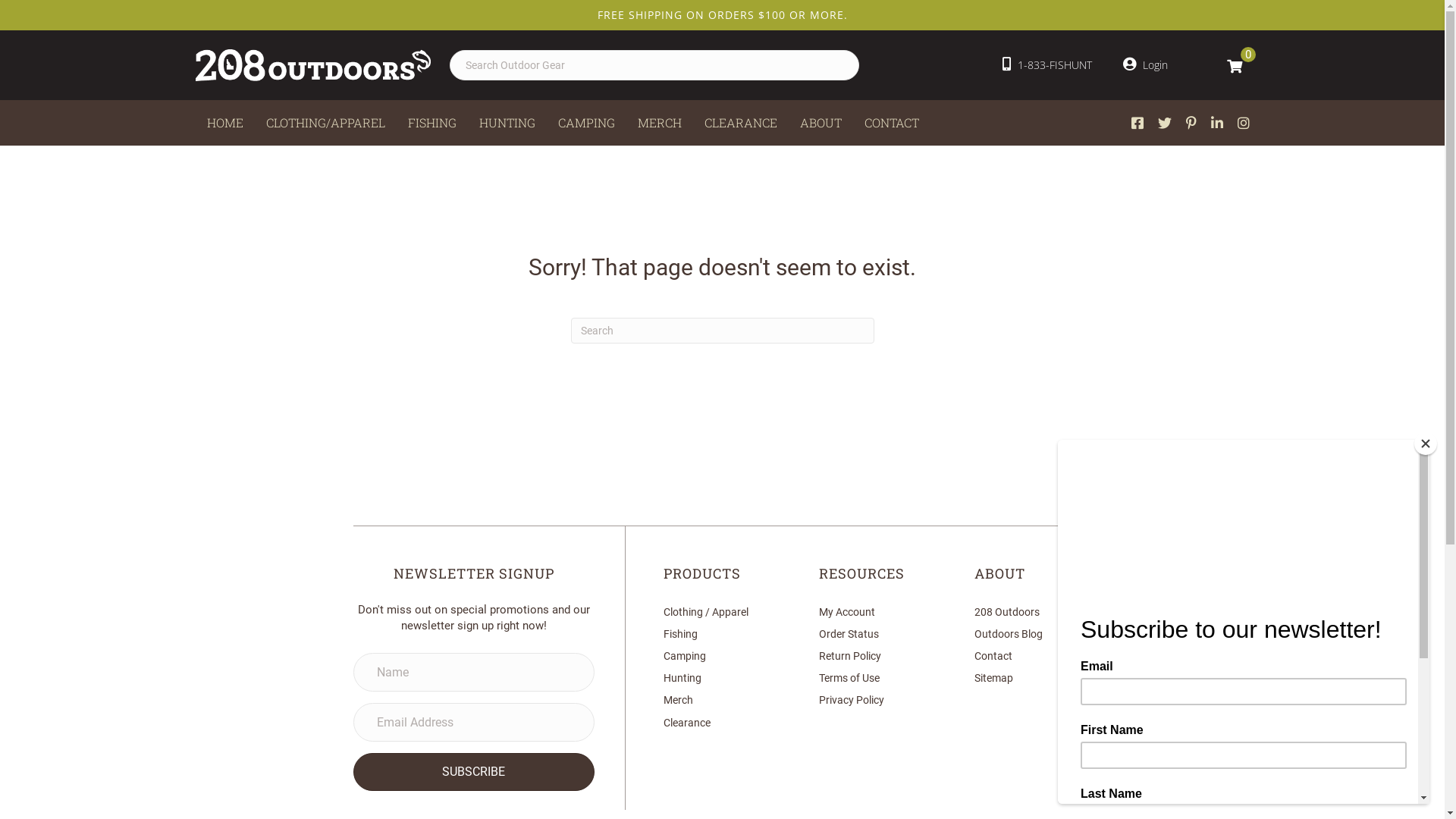 The width and height of the screenshot is (1456, 819). Describe the element at coordinates (585, 122) in the screenshot. I see `'CAMPING'` at that location.